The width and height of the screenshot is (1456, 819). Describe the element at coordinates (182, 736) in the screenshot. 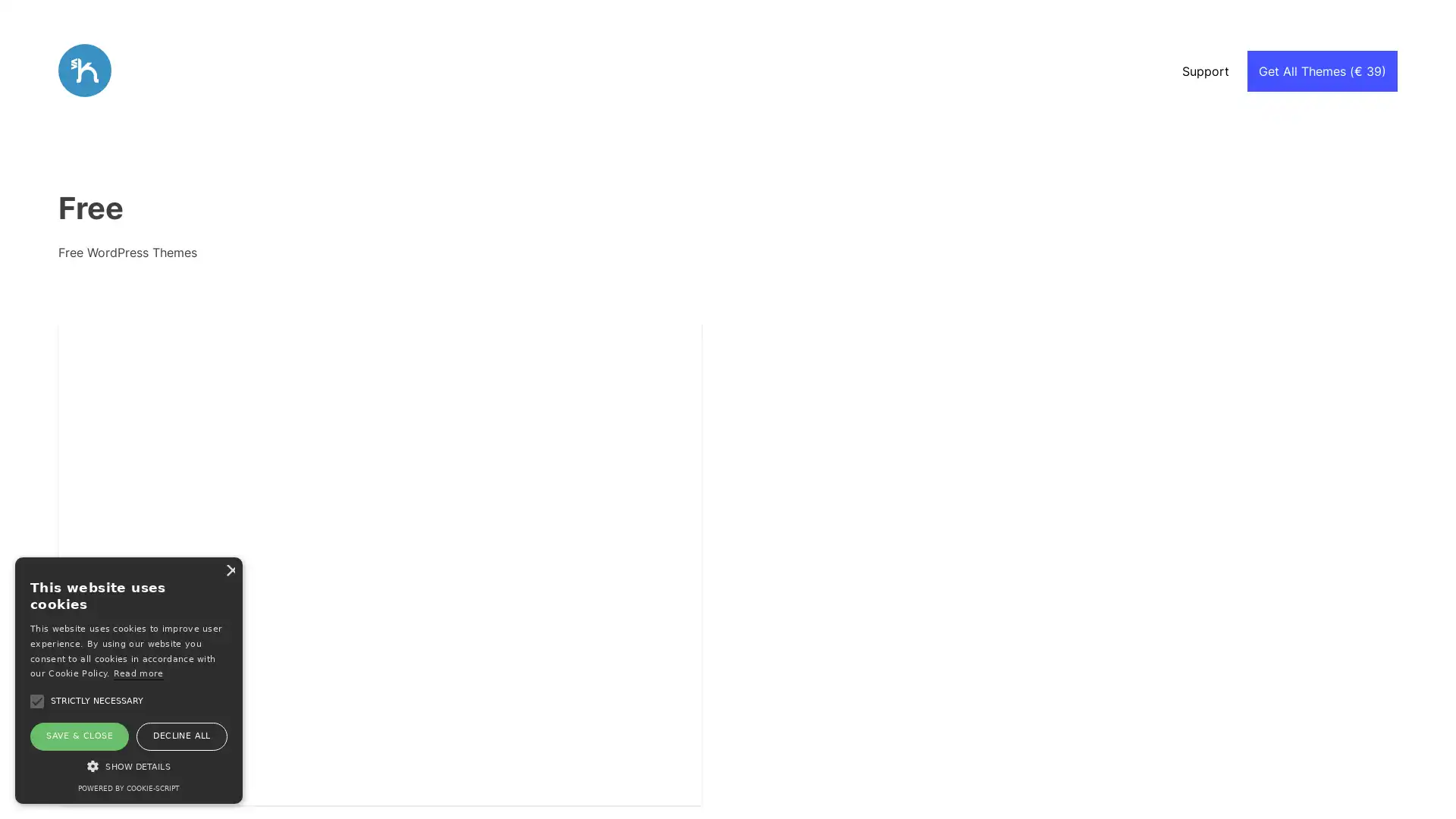

I see `DECLINE ALL` at that location.